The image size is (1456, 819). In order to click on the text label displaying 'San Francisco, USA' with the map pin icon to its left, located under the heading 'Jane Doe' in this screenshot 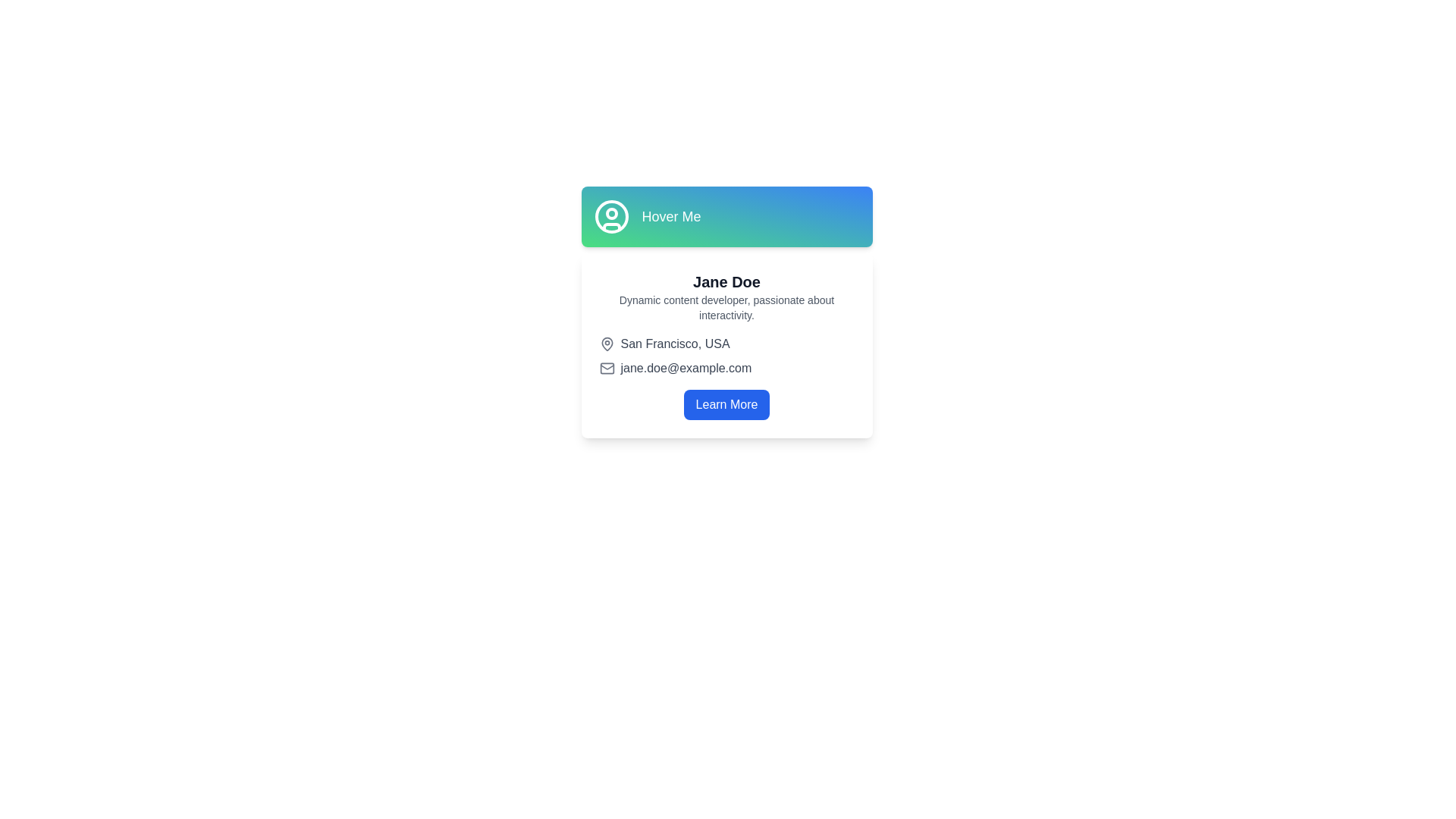, I will do `click(726, 344)`.